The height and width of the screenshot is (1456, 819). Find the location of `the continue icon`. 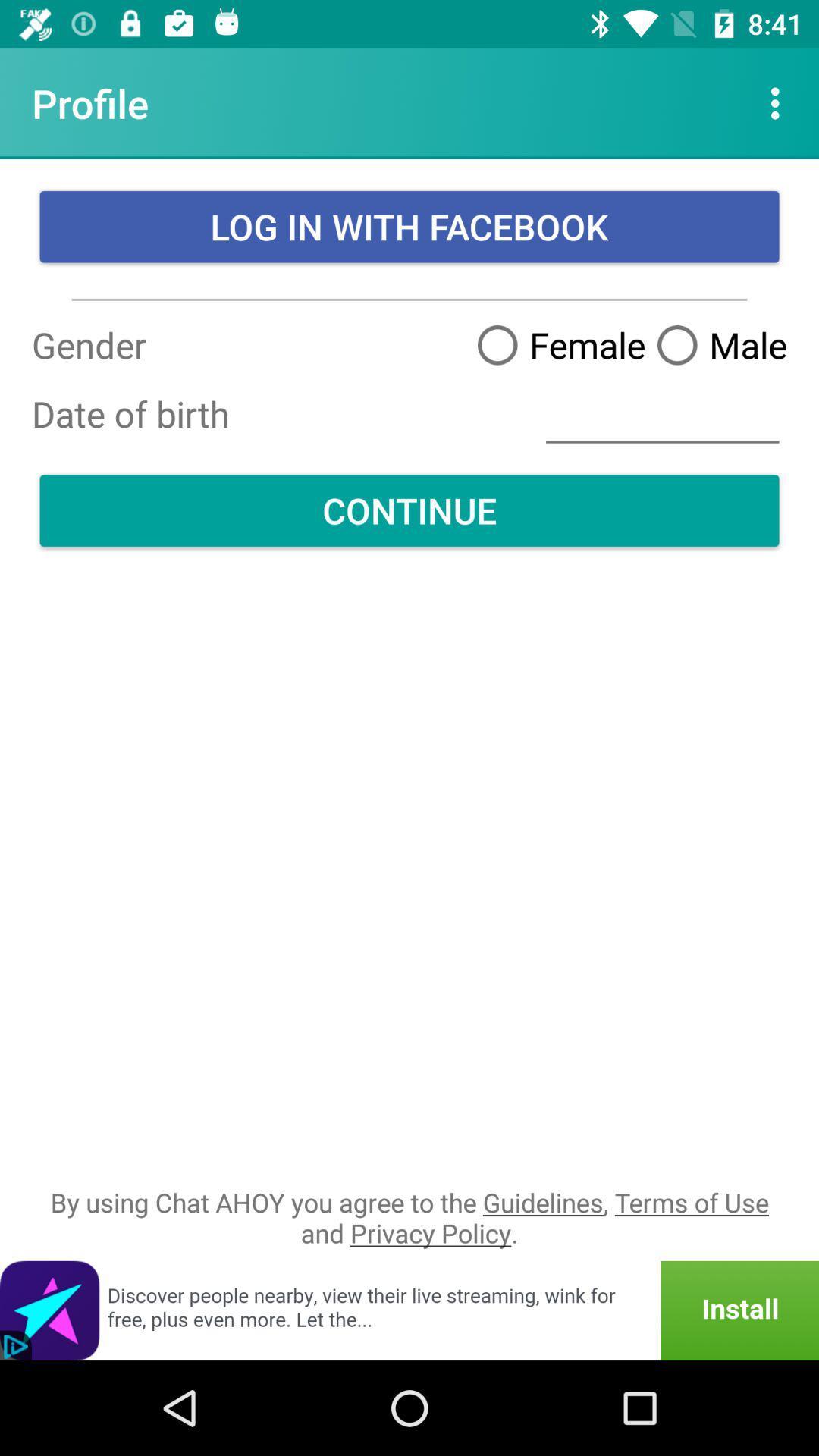

the continue icon is located at coordinates (409, 510).